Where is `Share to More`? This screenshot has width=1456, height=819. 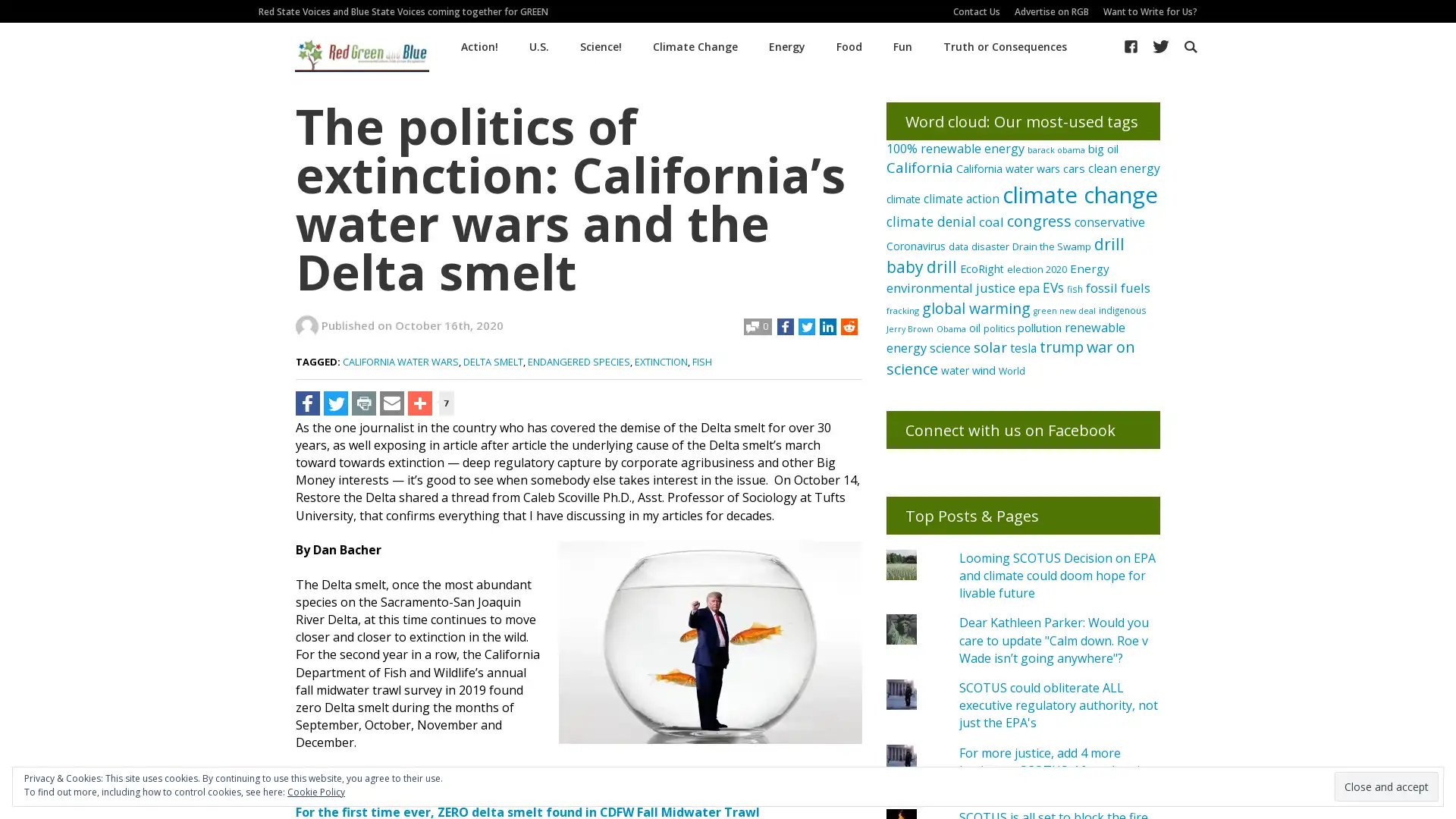
Share to More is located at coordinates (419, 402).